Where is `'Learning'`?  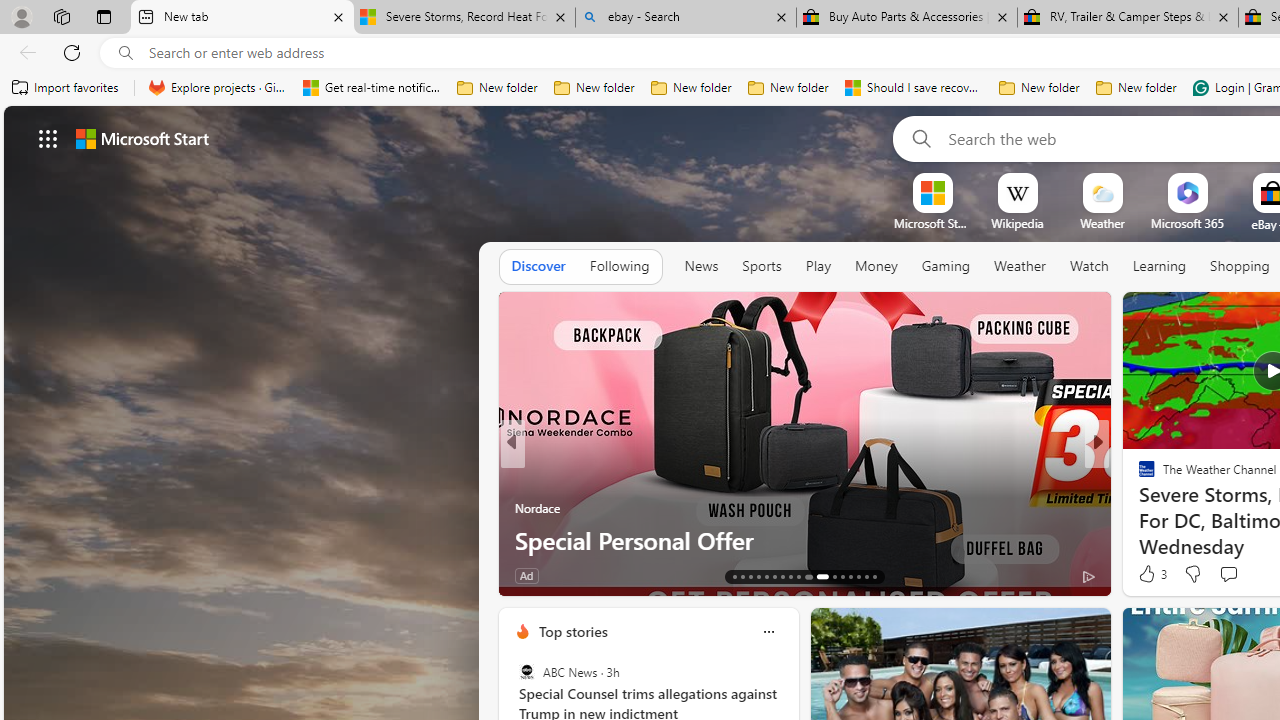
'Learning' is located at coordinates (1159, 266).